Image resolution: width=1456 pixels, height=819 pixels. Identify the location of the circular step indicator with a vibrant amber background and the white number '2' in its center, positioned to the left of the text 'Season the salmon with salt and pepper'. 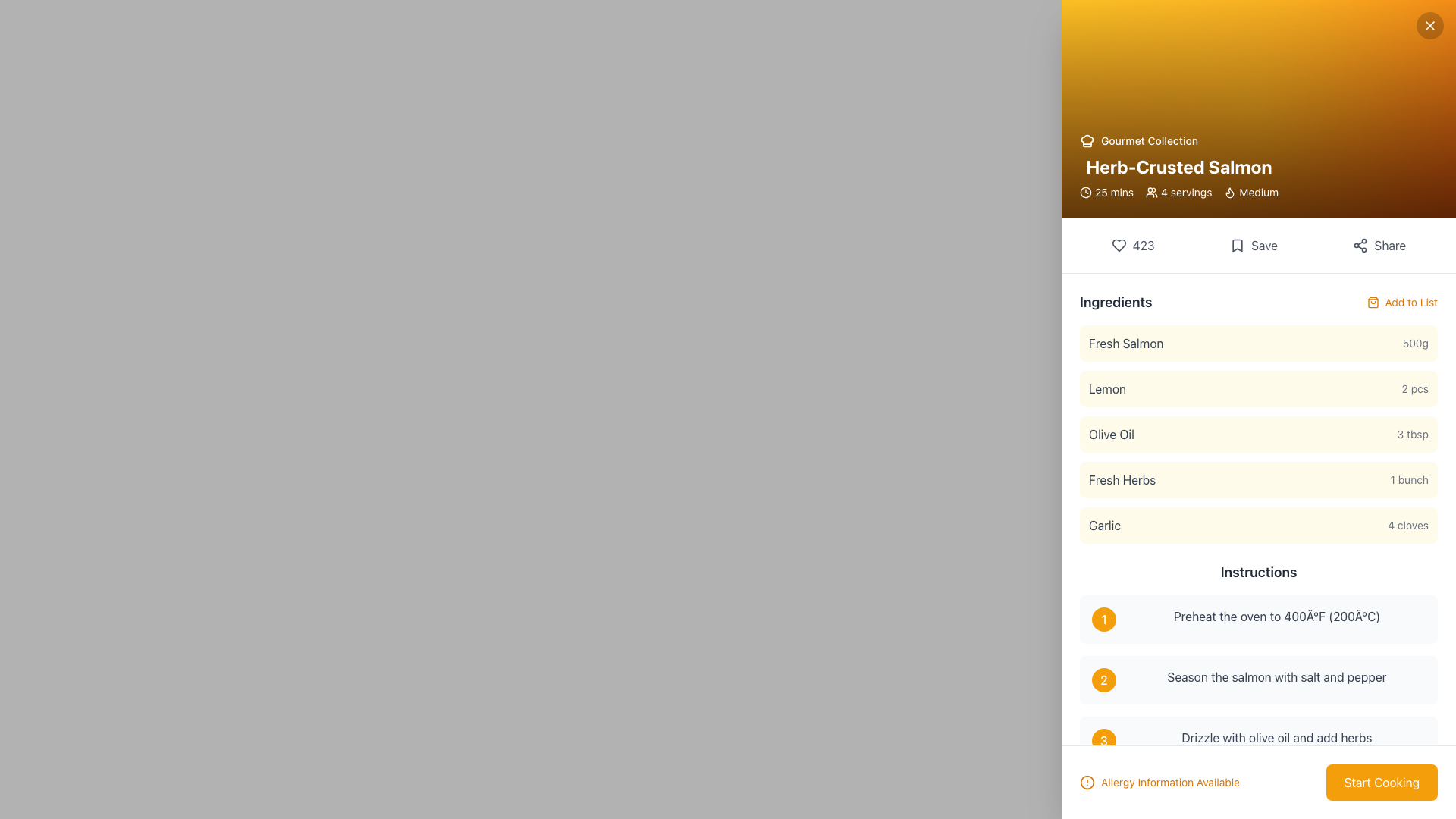
(1103, 679).